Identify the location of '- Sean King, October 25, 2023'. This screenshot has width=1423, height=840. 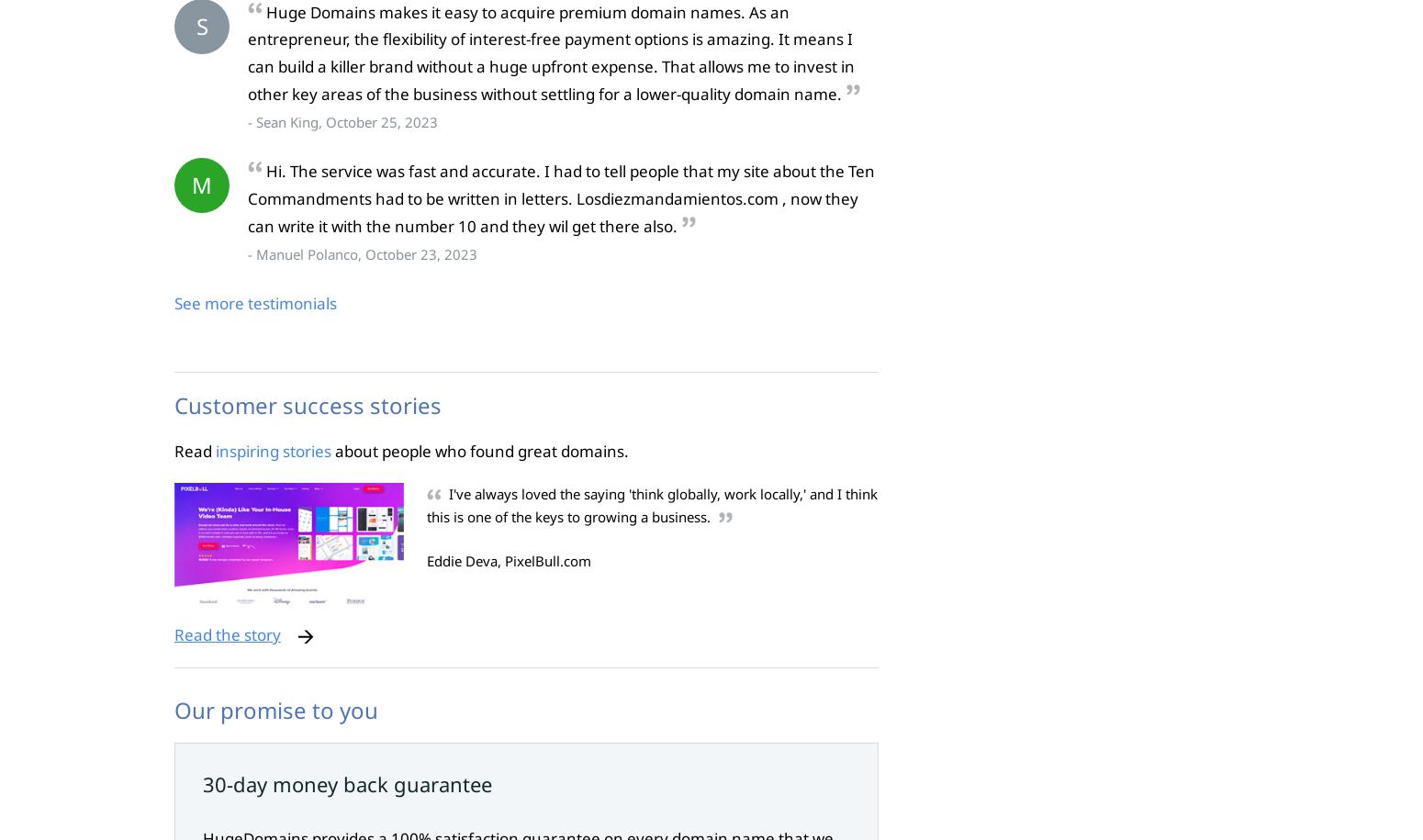
(342, 121).